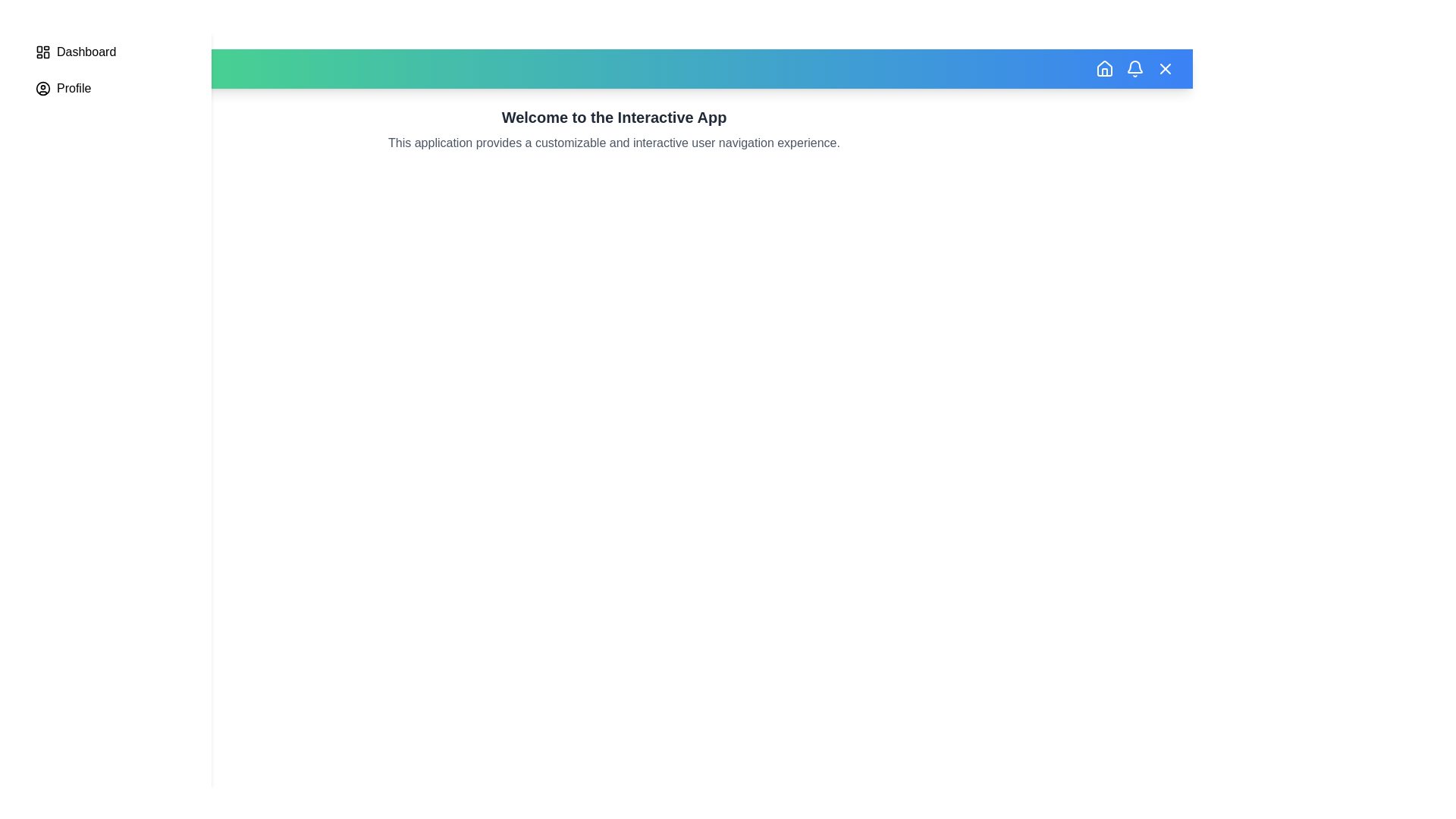  Describe the element at coordinates (1135, 69) in the screenshot. I see `the bell icon button located` at that location.